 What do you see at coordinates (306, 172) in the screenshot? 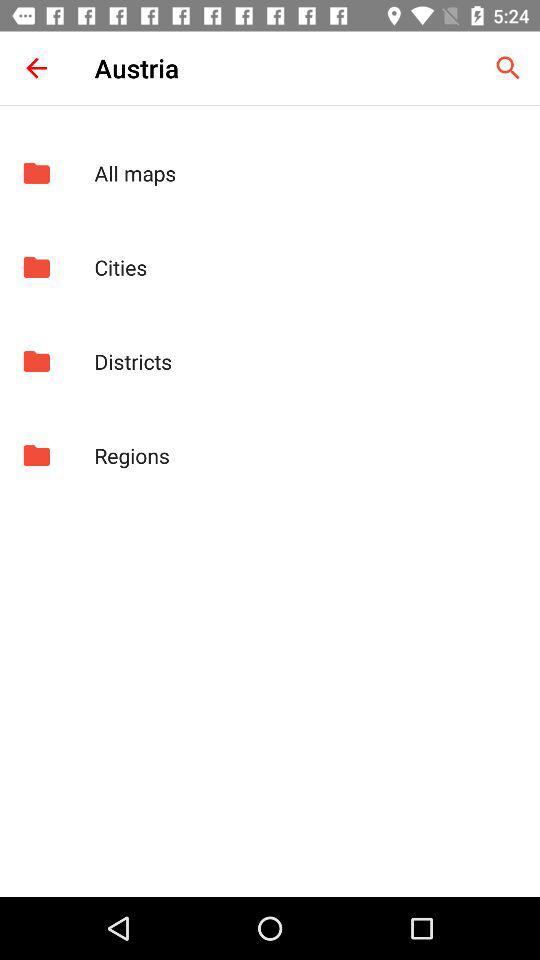
I see `all maps icon` at bounding box center [306, 172].